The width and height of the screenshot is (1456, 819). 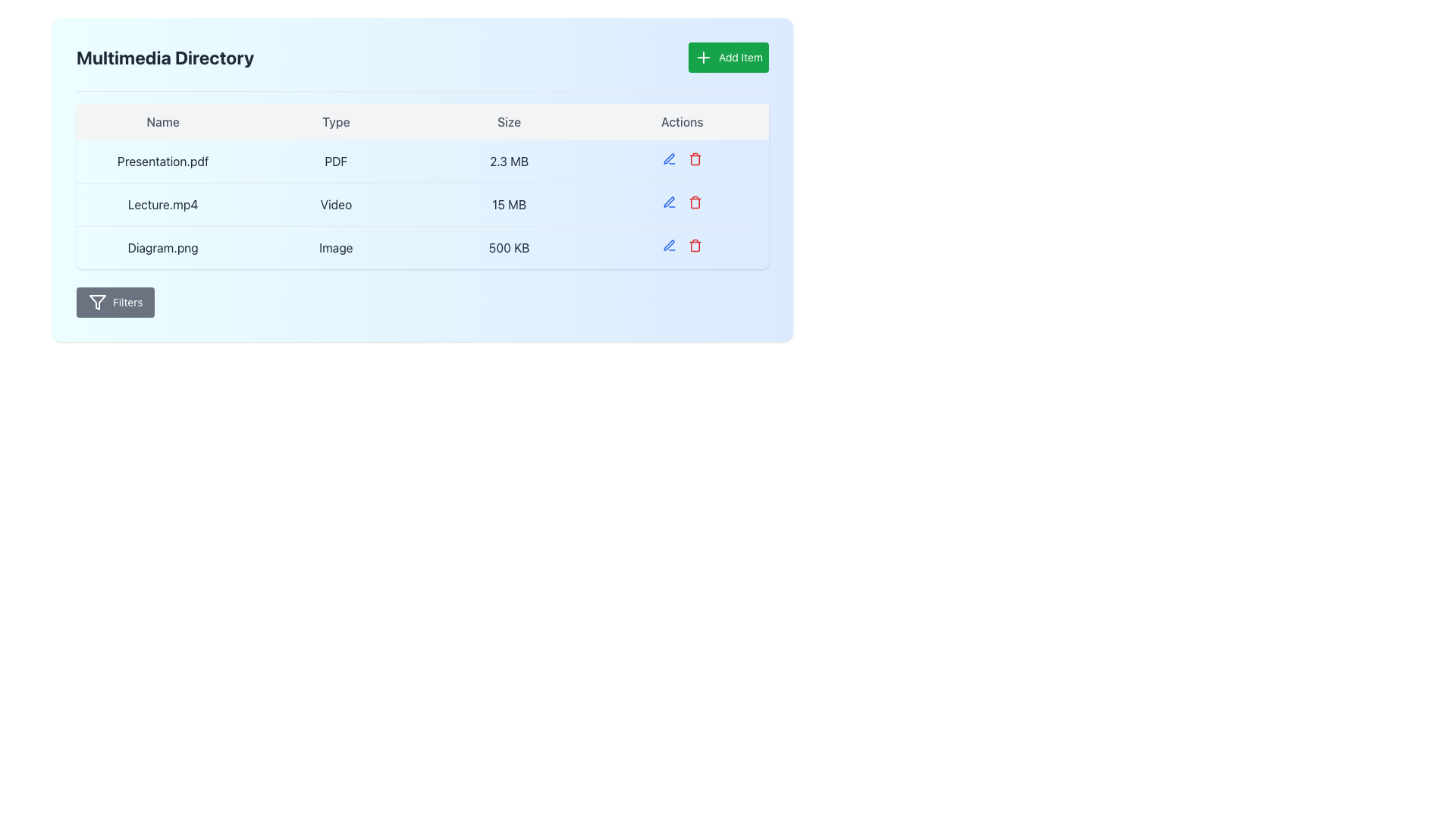 I want to click on the Decorative Icon that visually represents the action of adding an item, located to the left of the green button labeled 'Add Item', so click(x=703, y=57).